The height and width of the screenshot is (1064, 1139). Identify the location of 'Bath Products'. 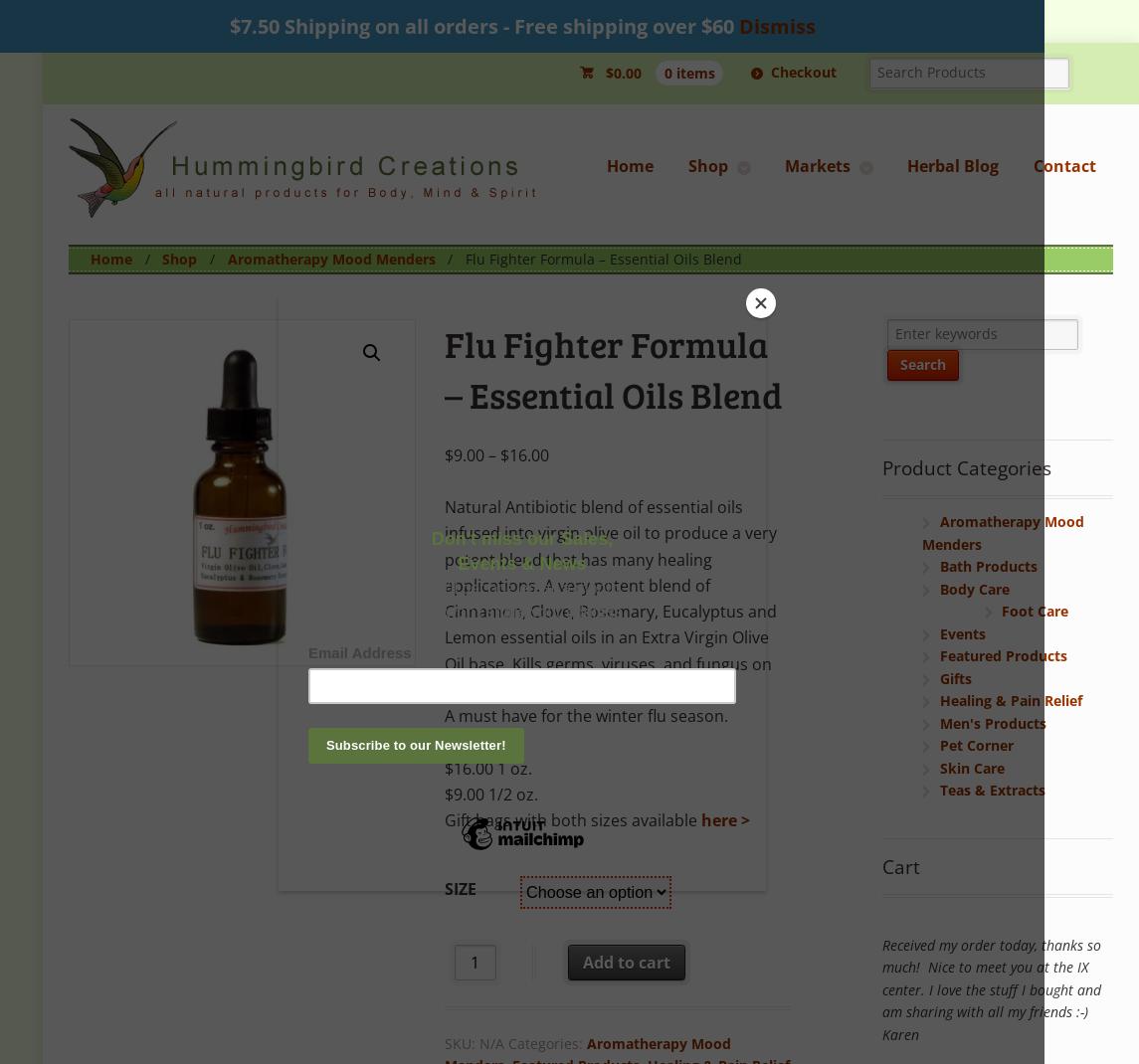
(986, 565).